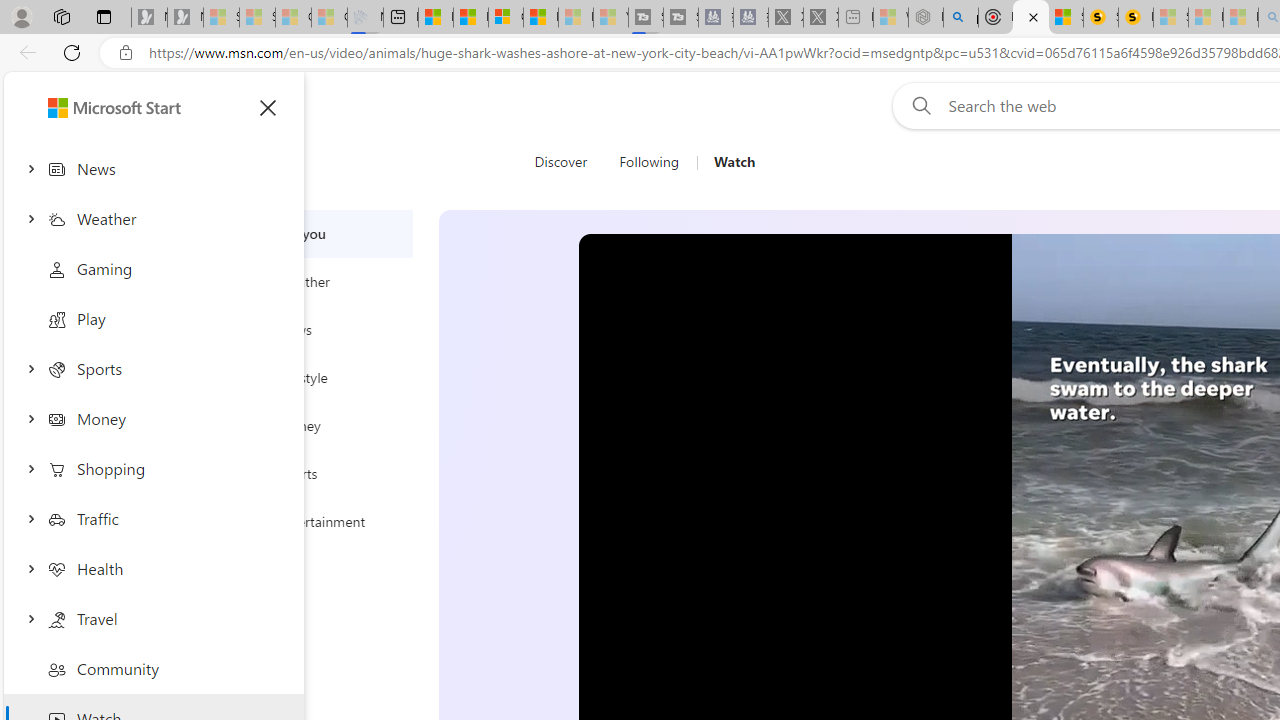 Image resolution: width=1280 pixels, height=720 pixels. Describe the element at coordinates (267, 108) in the screenshot. I see `'Class: button-glyph'` at that location.